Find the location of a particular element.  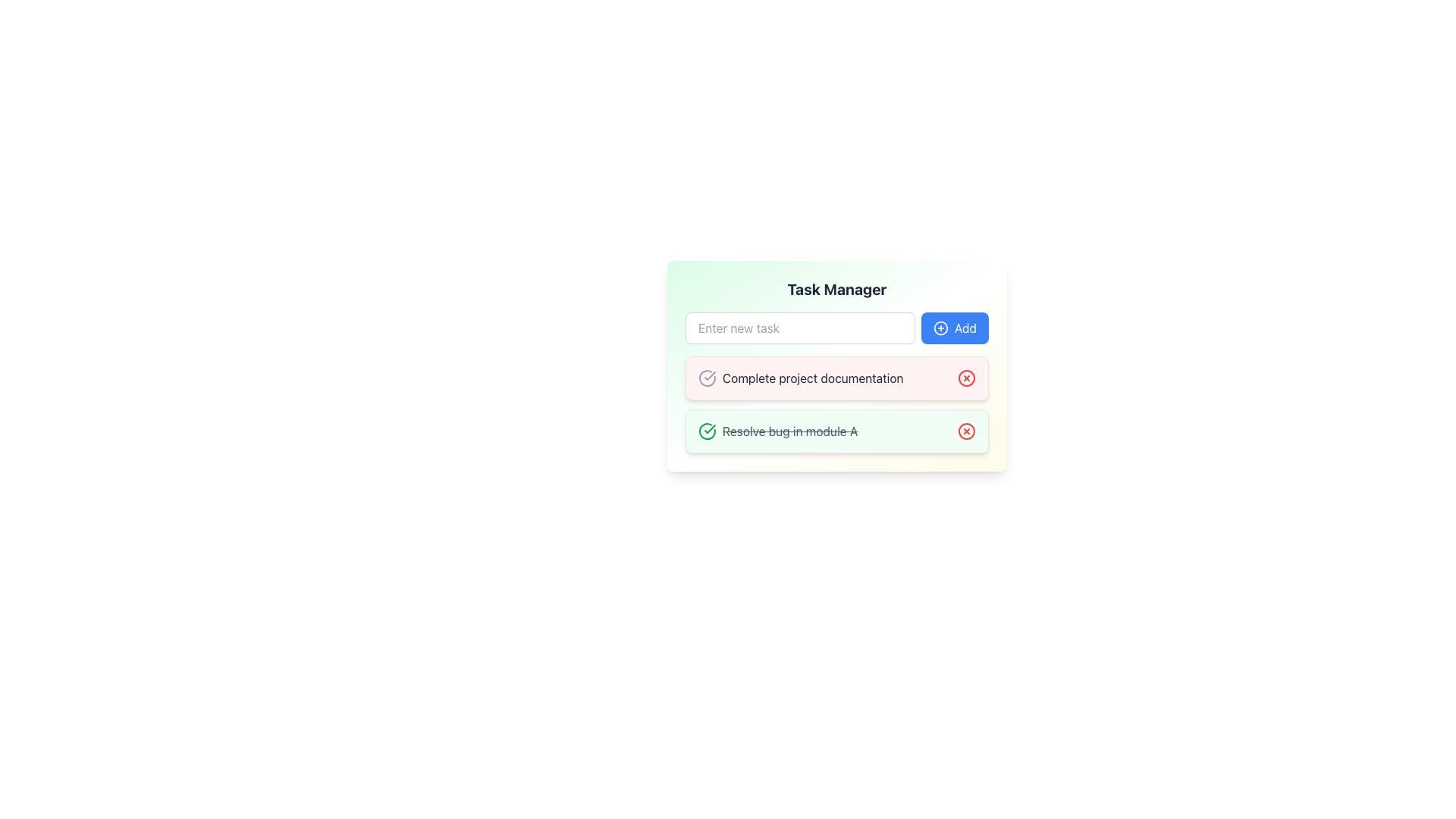

the small checkmark symbol inside the circular green icon next to the task item labeled 'Resolve bug in module A.' is located at coordinates (709, 375).